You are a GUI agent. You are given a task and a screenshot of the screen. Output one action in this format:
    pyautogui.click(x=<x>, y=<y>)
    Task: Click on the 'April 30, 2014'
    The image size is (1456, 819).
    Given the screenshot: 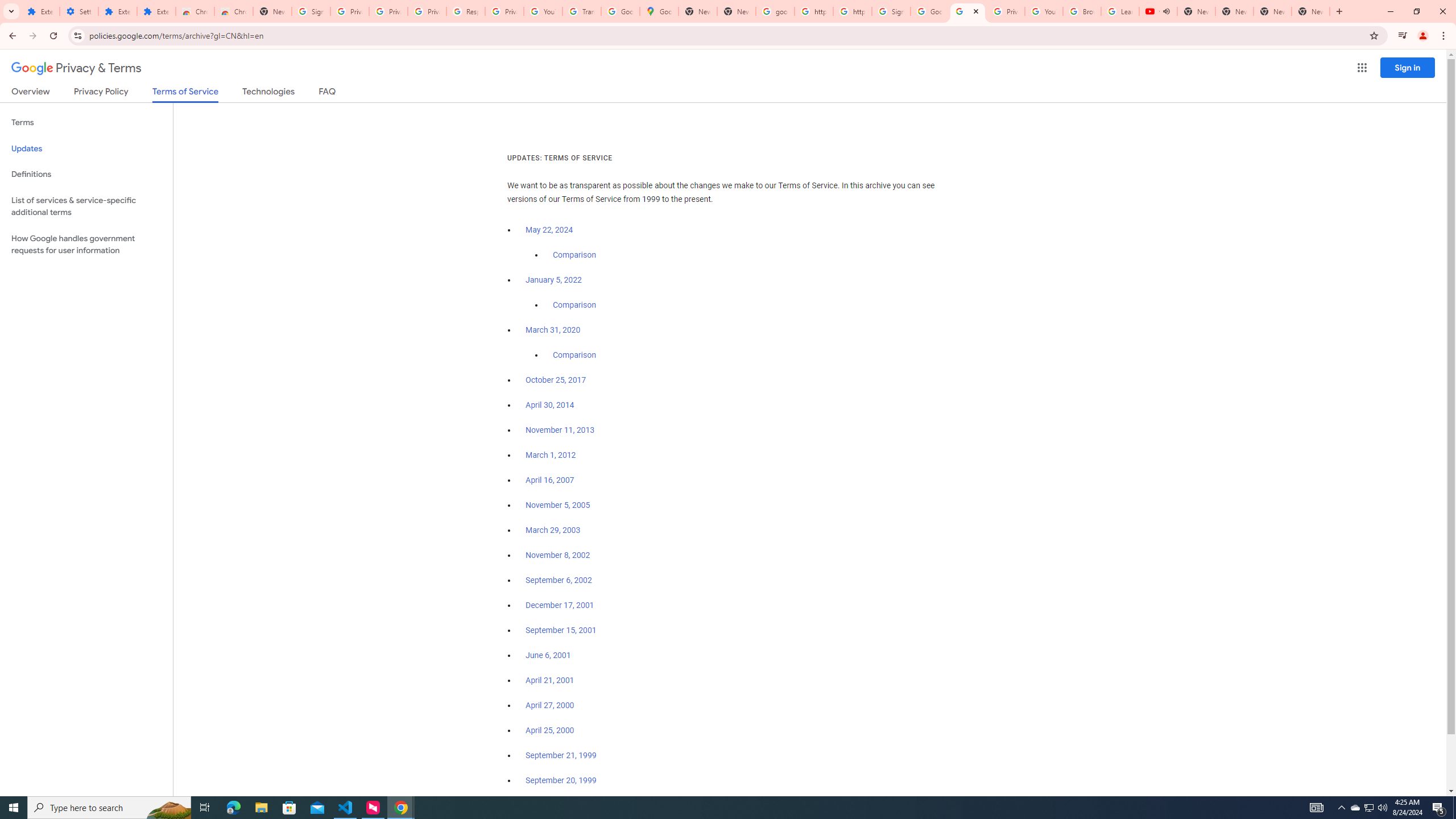 What is the action you would take?
    pyautogui.click(x=549, y=405)
    